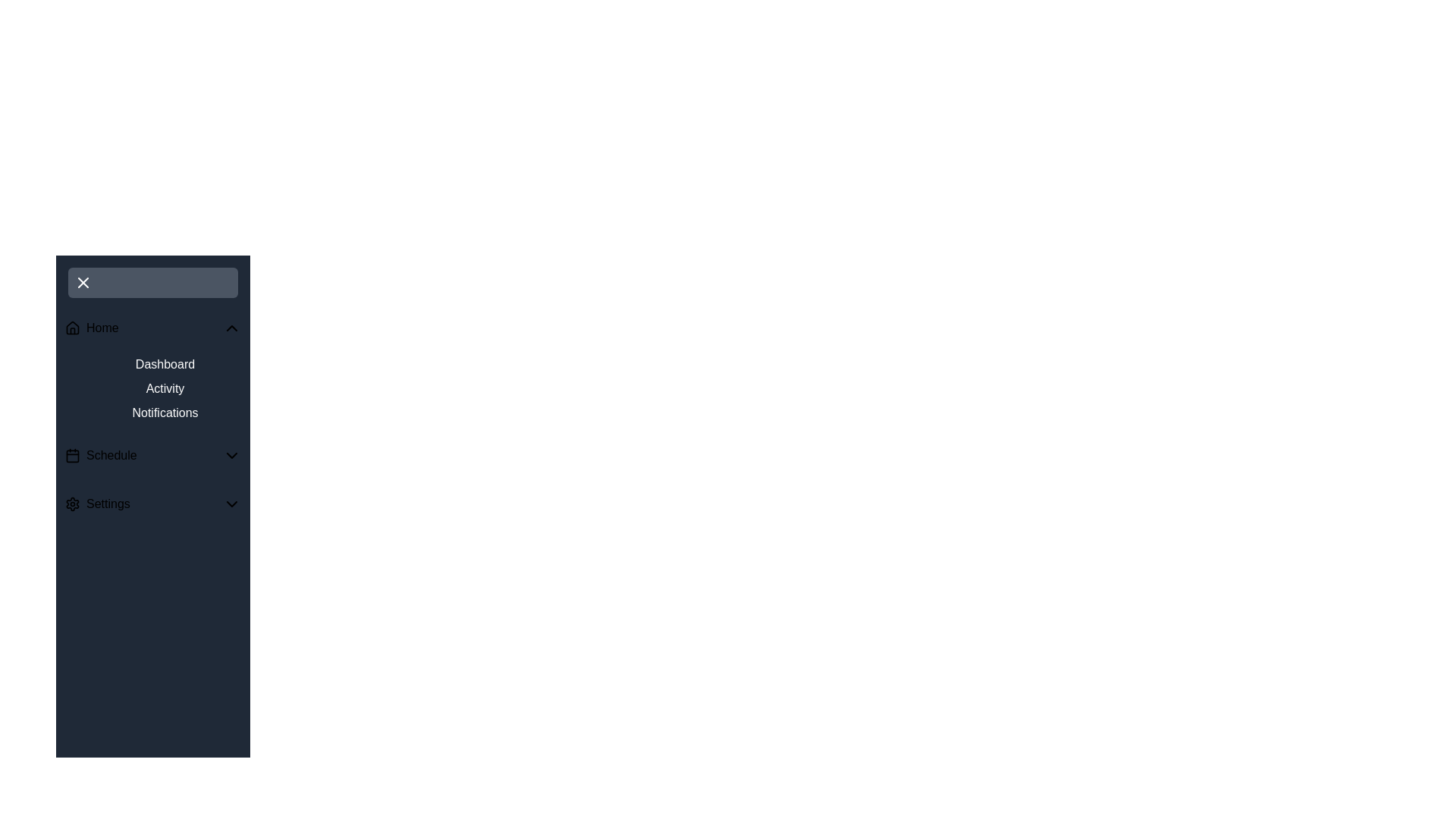 The height and width of the screenshot is (819, 1456). I want to click on the 'Dashboard' label in the dark sidebar, so click(165, 365).